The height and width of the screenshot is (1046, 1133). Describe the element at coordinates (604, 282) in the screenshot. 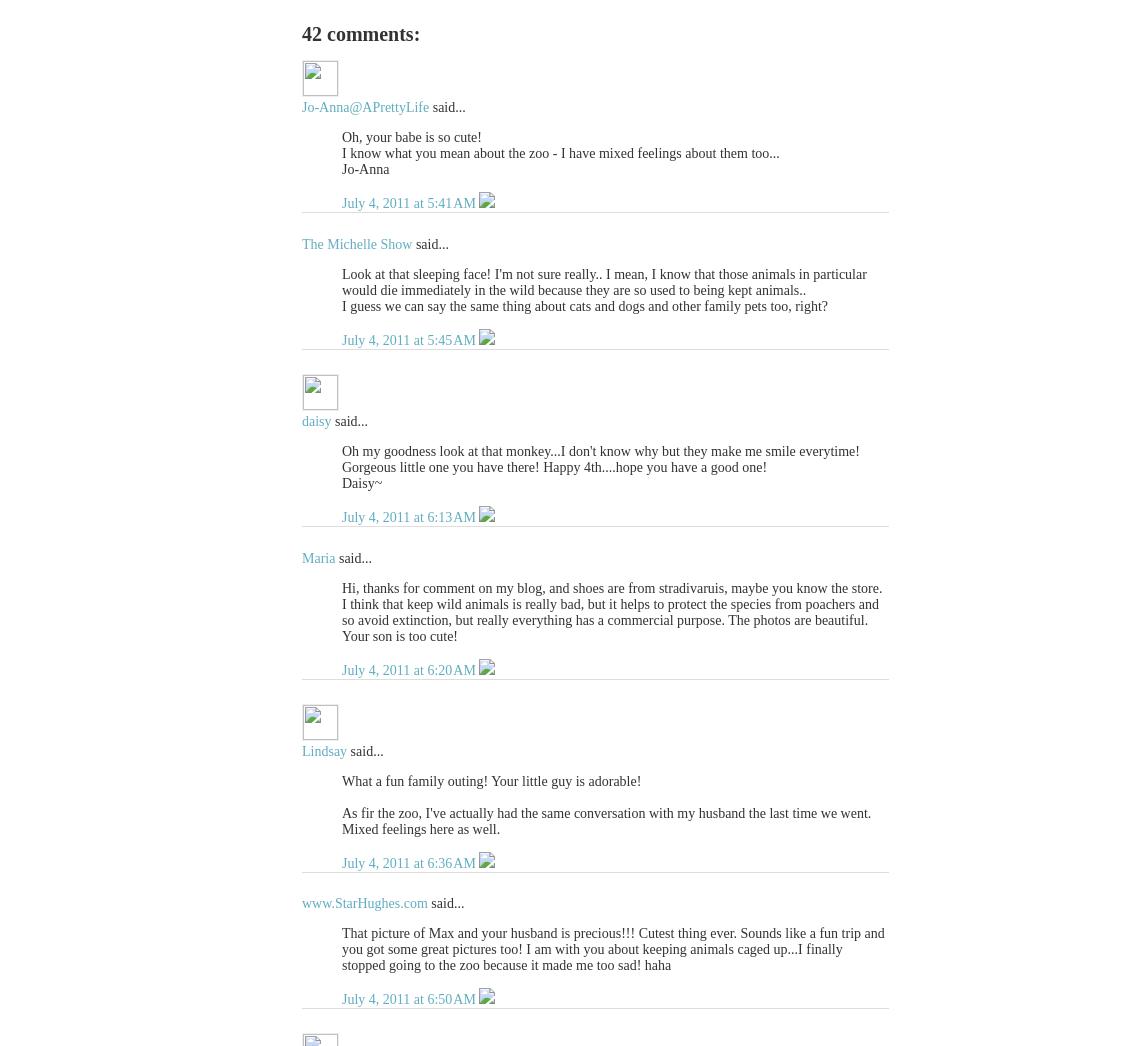

I see `'Look at that sleeping face! I'm not sure really.. I mean, I know that those animals in particular would die immediately in the wild because they are so used to being kept animals..'` at that location.